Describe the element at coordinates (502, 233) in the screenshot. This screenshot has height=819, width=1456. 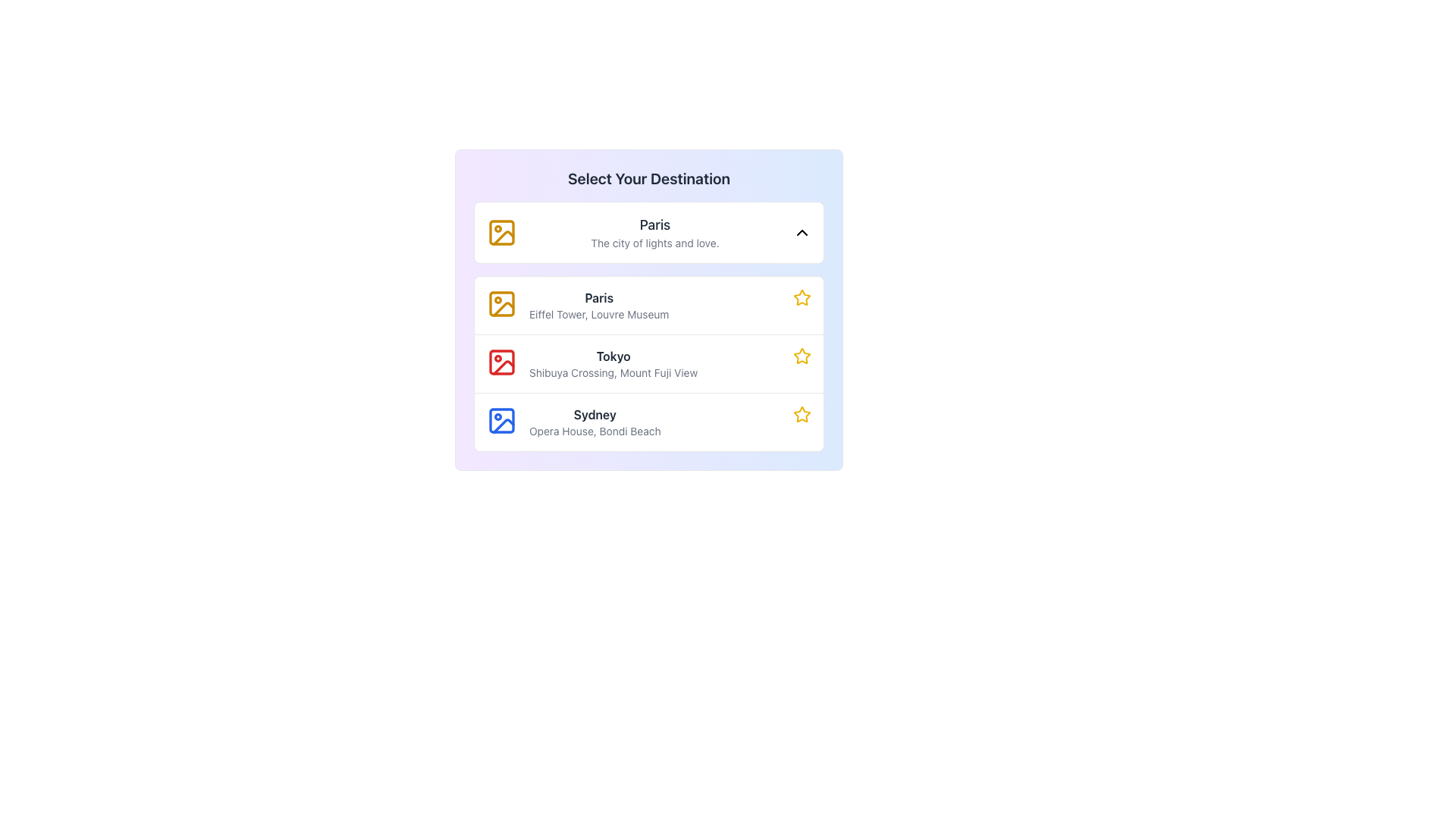
I see `and interact with the decorative yellow background rectangle within the image icon` at that location.